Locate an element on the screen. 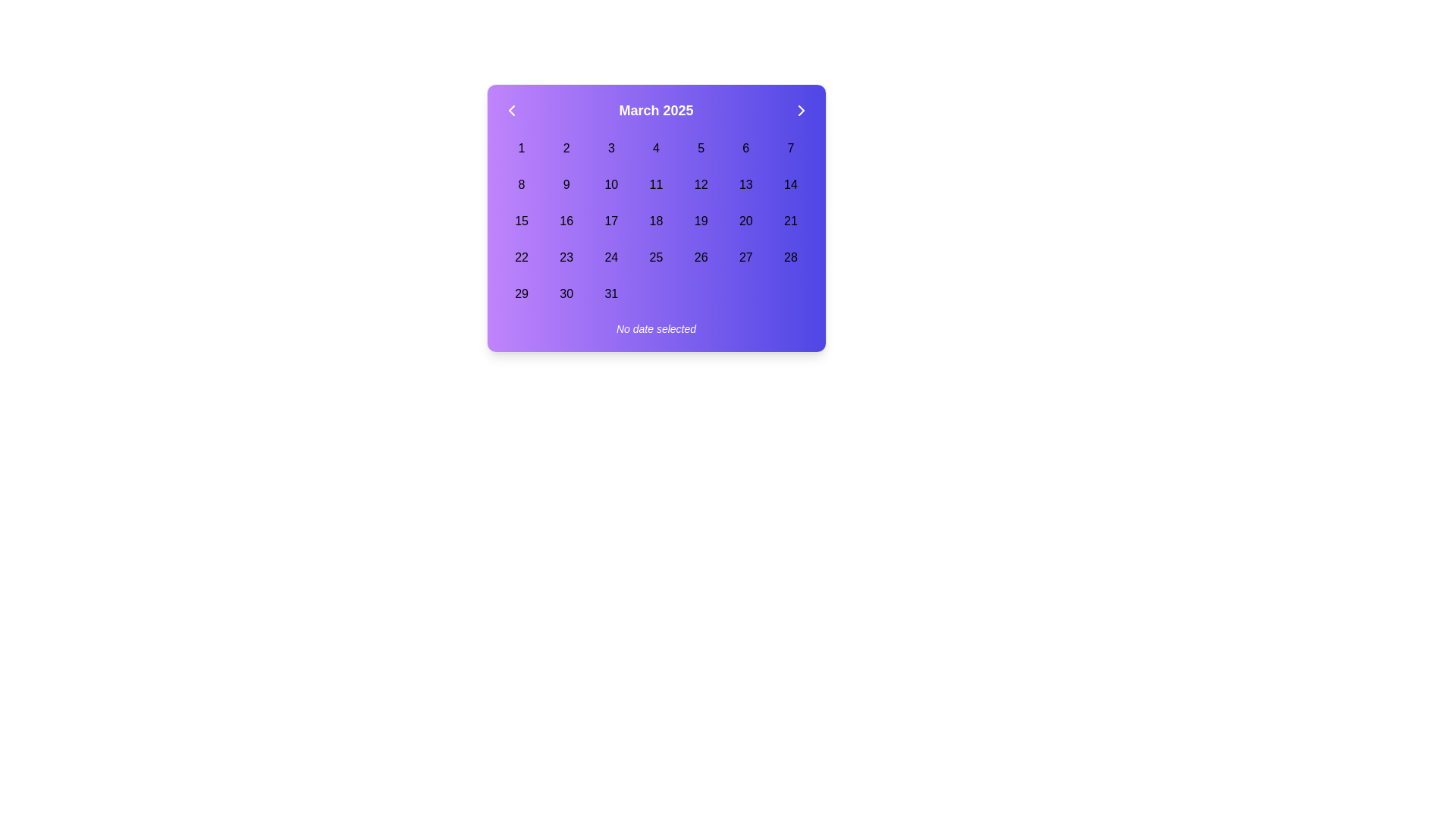  the text label displaying the date 'March 2025' located in the header of the calendar component, which is styled in bold white font on a gradient purple background is located at coordinates (656, 110).